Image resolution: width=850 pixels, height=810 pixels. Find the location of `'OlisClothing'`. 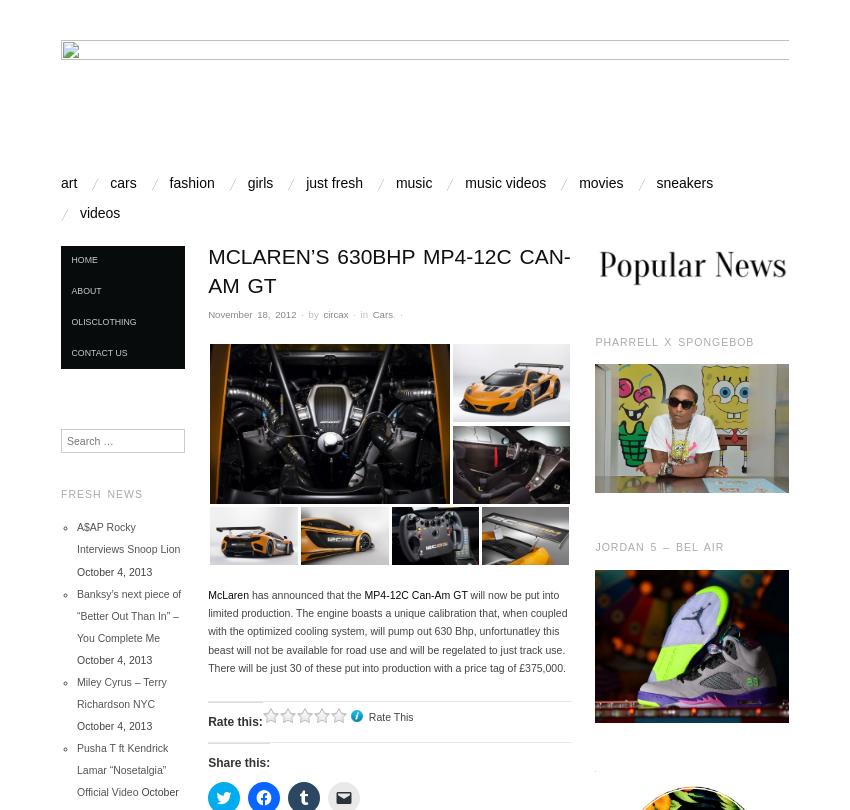

'OlisClothing' is located at coordinates (102, 320).